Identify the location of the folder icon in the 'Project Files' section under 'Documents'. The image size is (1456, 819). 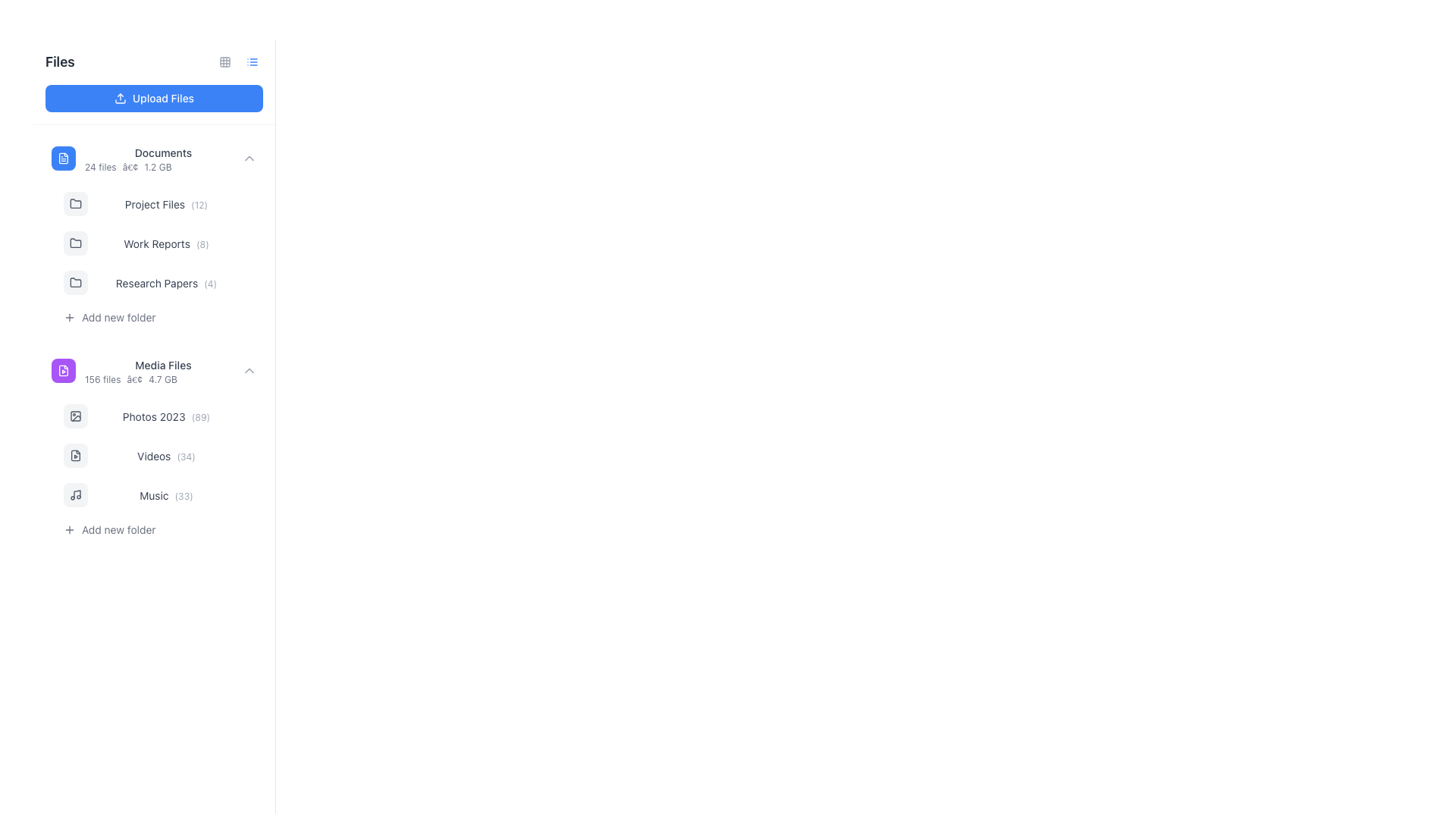
(75, 202).